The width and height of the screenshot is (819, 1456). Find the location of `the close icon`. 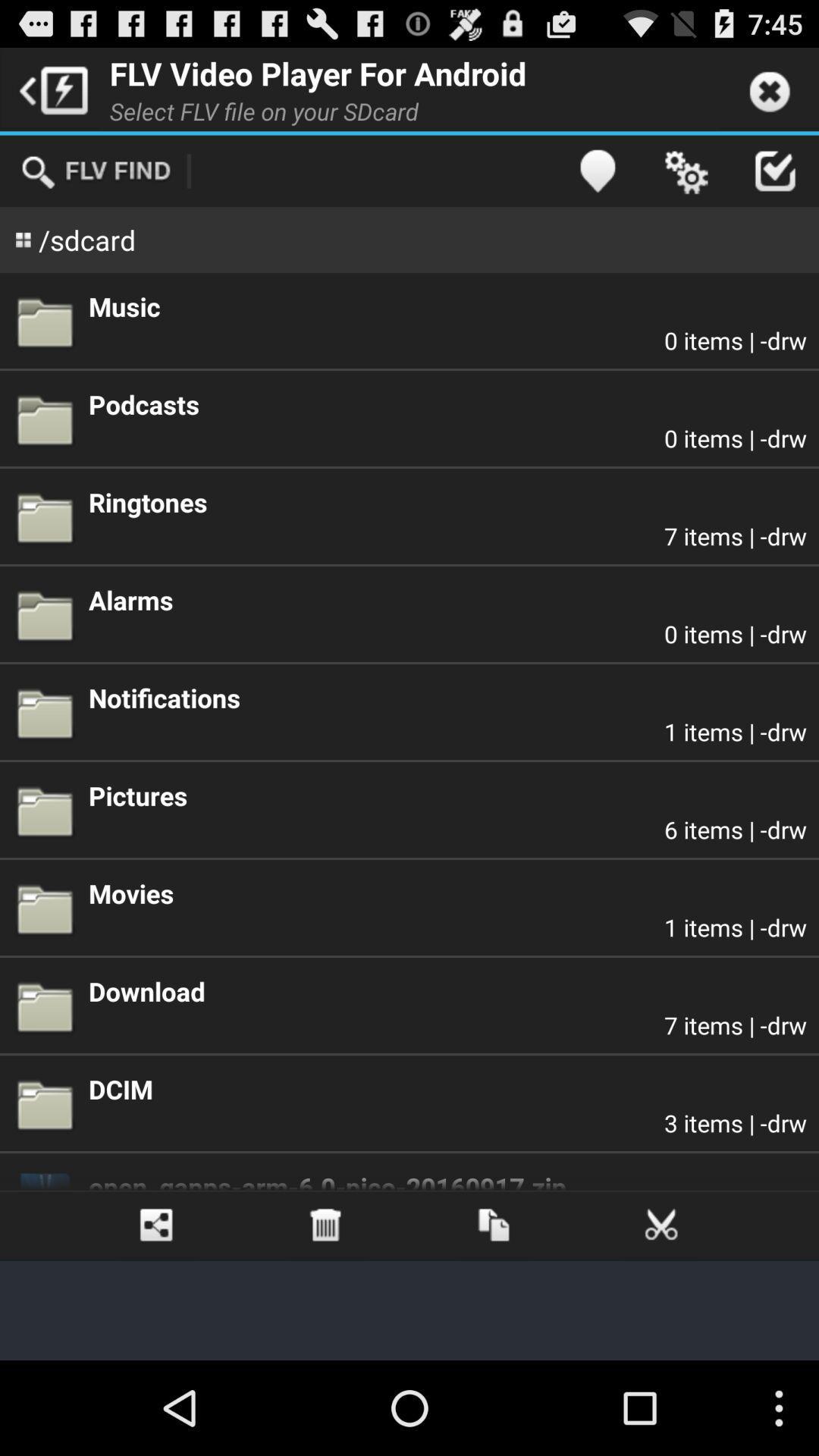

the close icon is located at coordinates (661, 1310).